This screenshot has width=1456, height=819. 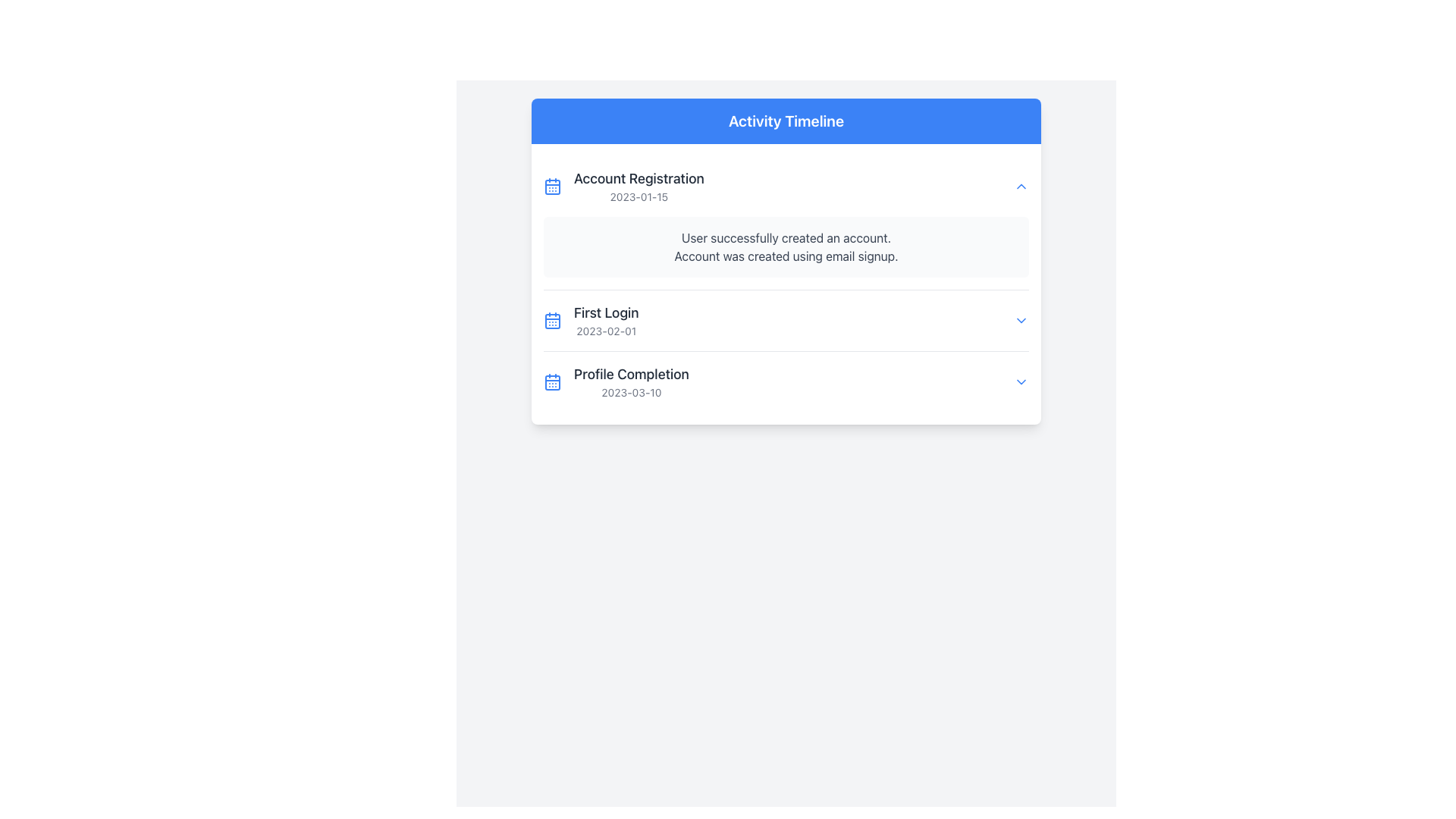 What do you see at coordinates (786, 380) in the screenshot?
I see `the non-interactive informational display component titled 'Profile Completion' located in the third section of the activity timeline` at bounding box center [786, 380].